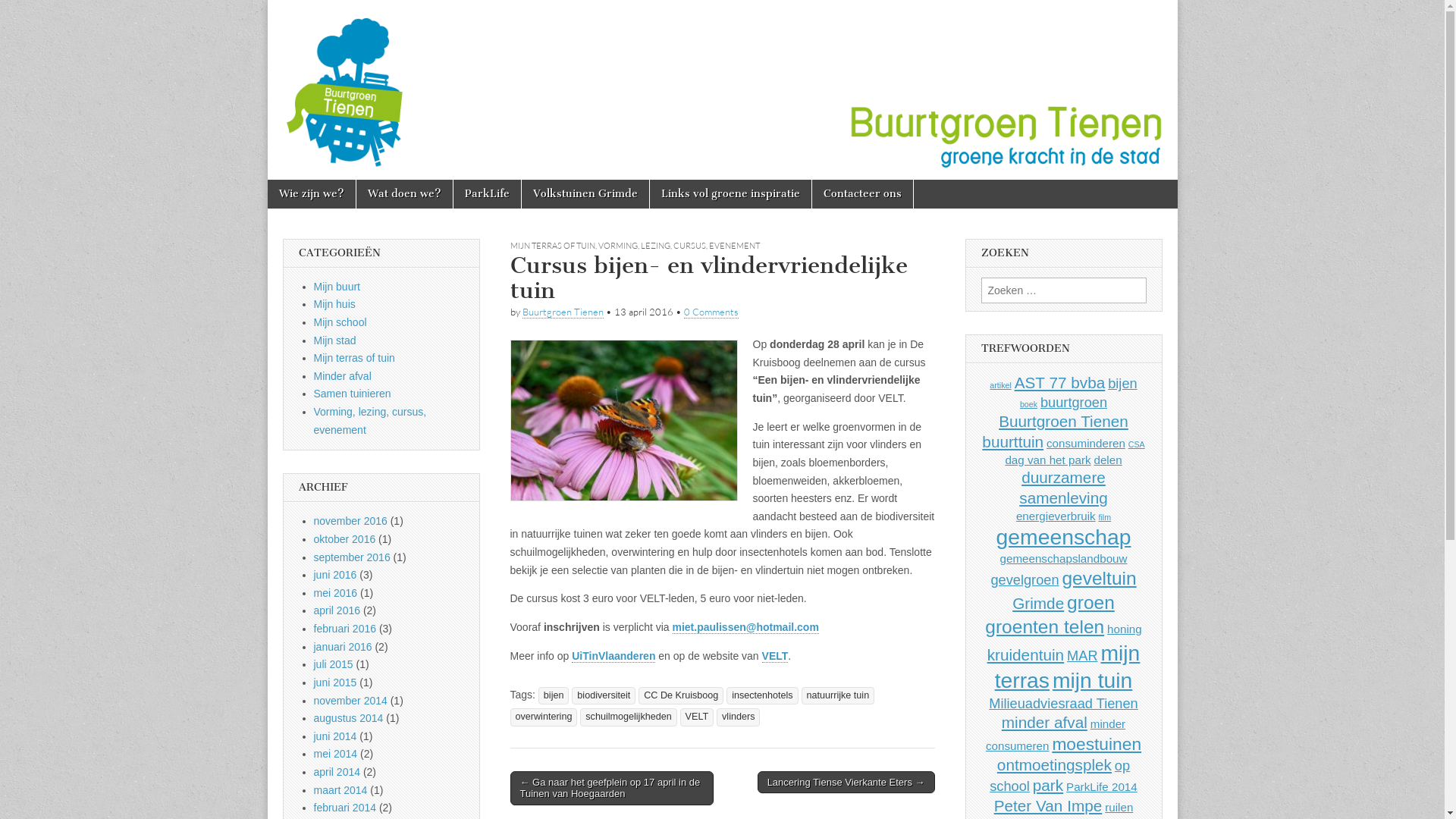 This screenshot has height=819, width=1456. What do you see at coordinates (351, 557) in the screenshot?
I see `'september 2016'` at bounding box center [351, 557].